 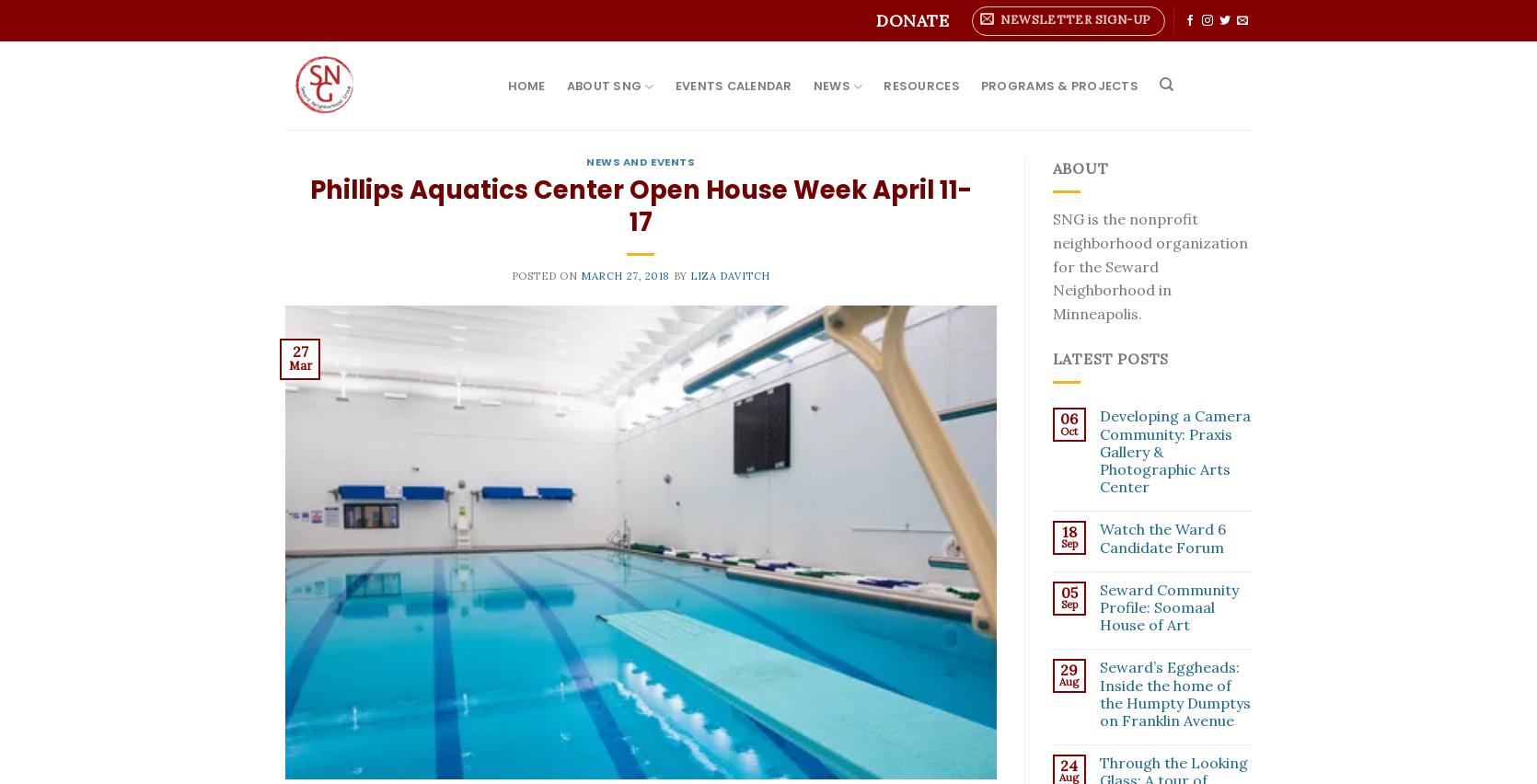 What do you see at coordinates (641, 161) in the screenshot?
I see `'News and Events'` at bounding box center [641, 161].